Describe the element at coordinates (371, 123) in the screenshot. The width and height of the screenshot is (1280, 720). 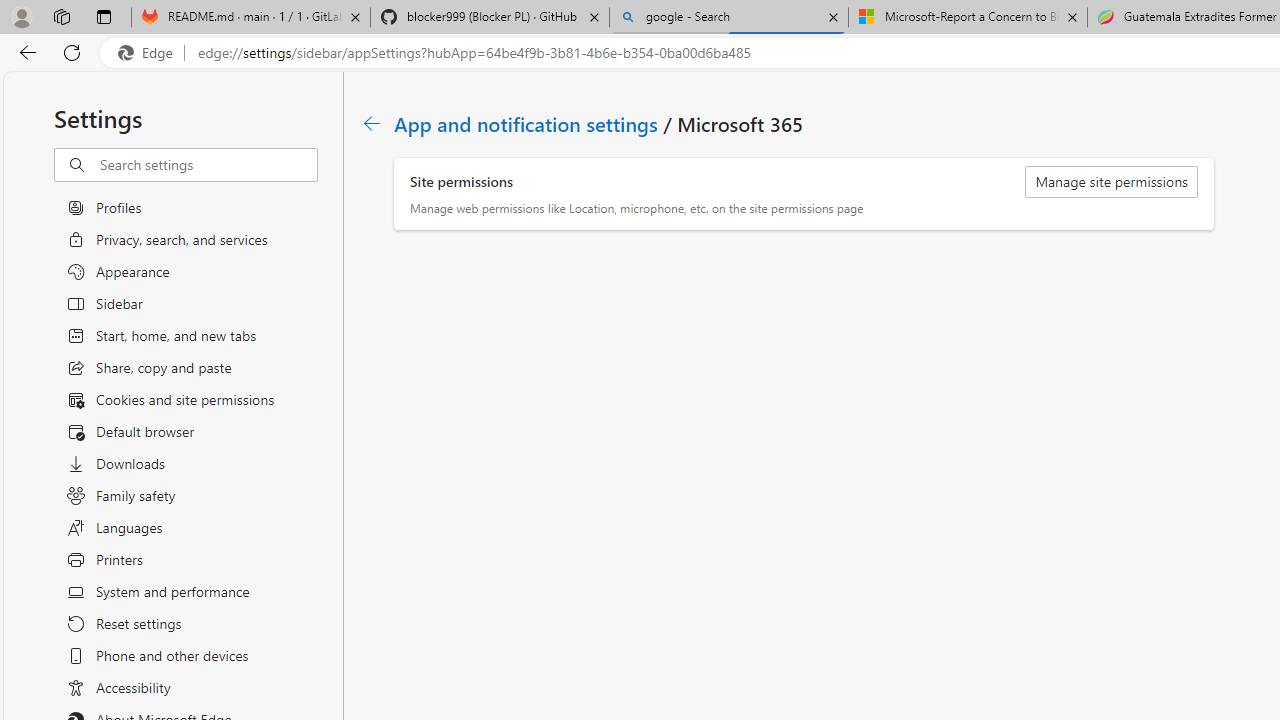
I see `'Class: c01182'` at that location.